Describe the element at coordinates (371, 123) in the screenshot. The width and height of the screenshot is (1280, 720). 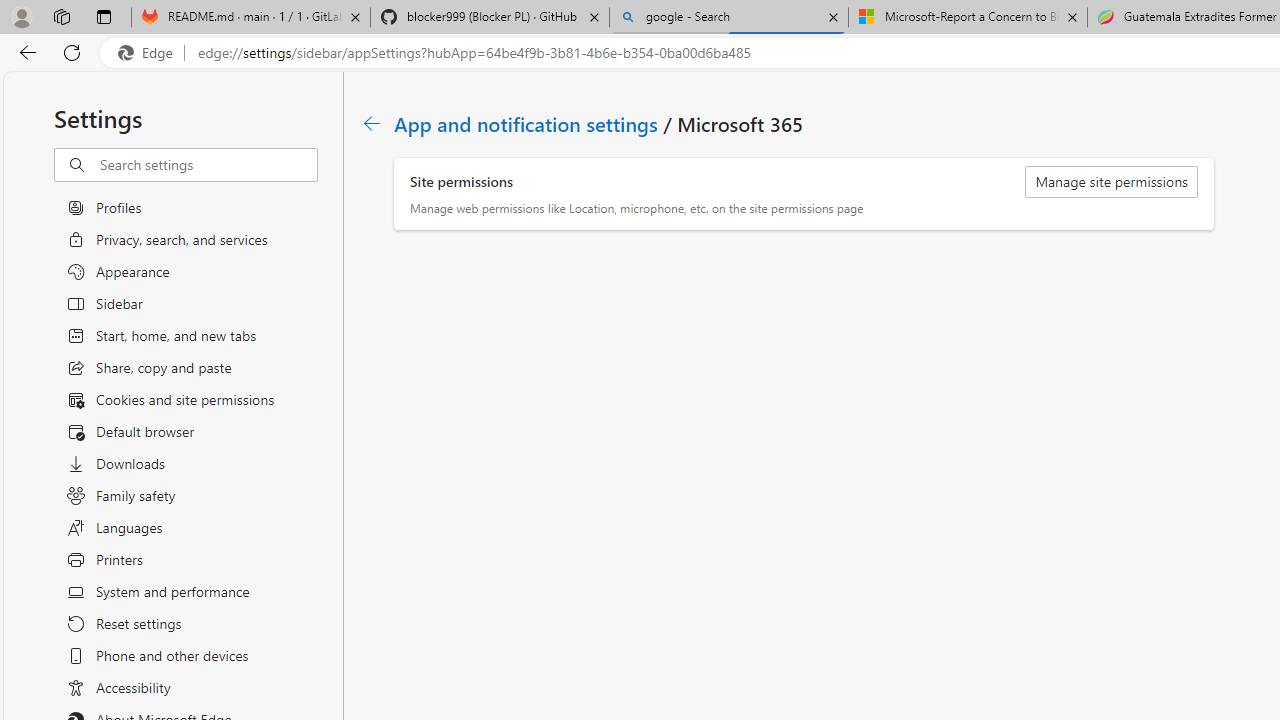
I see `'Class: c01182'` at that location.